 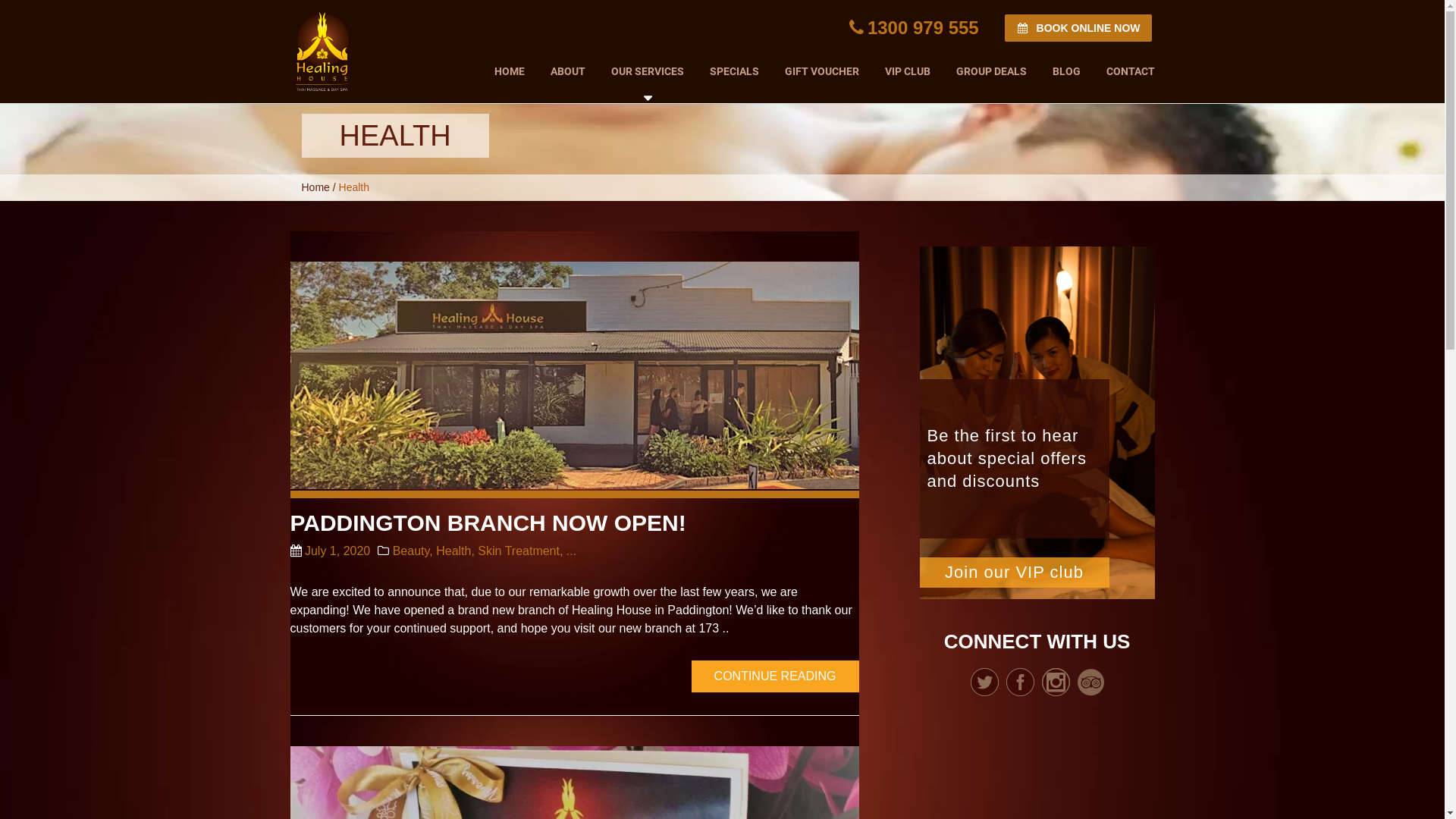 What do you see at coordinates (991, 67) in the screenshot?
I see `'GROUP DEALS'` at bounding box center [991, 67].